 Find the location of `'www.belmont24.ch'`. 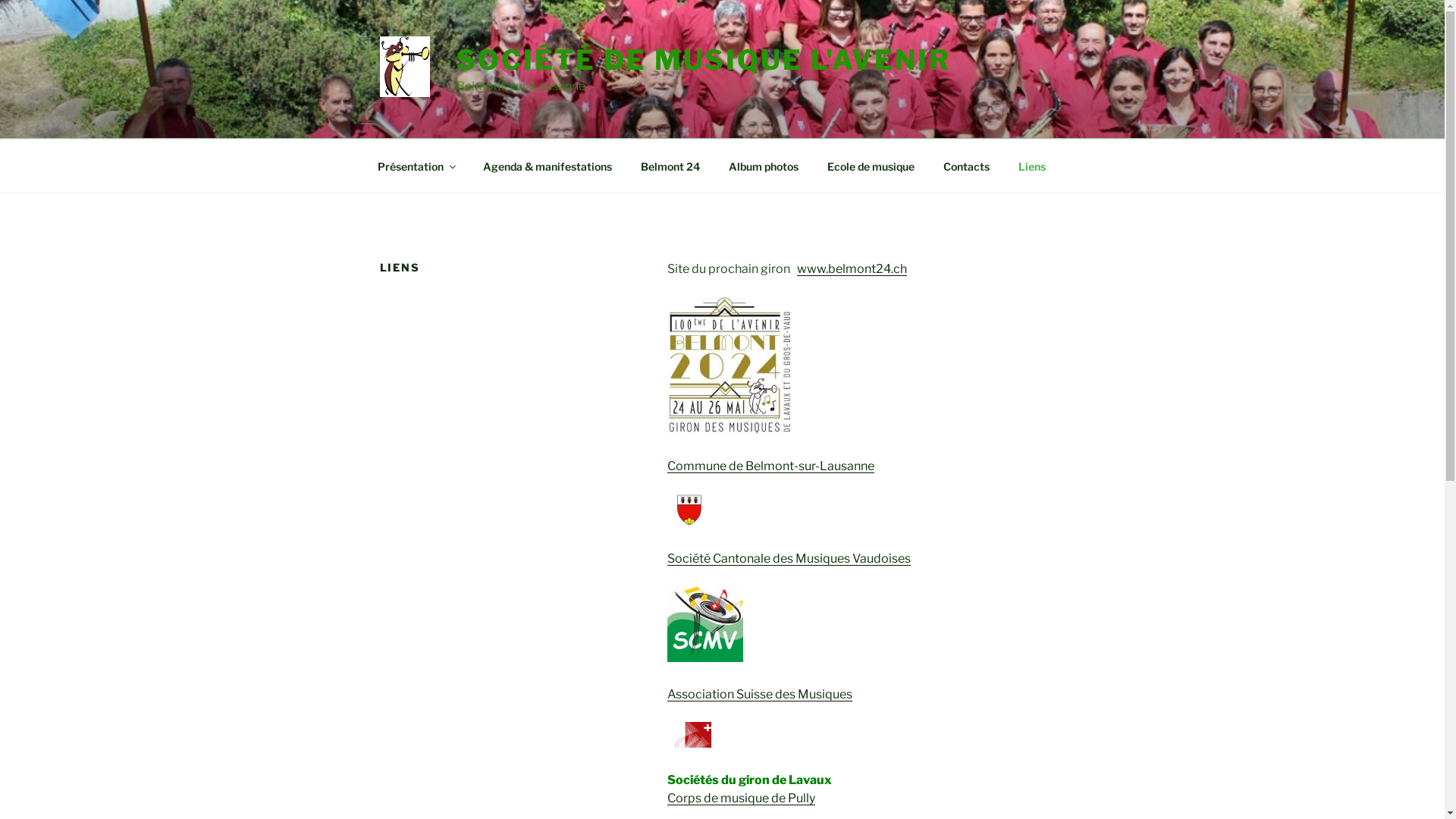

'www.belmont24.ch' is located at coordinates (852, 268).